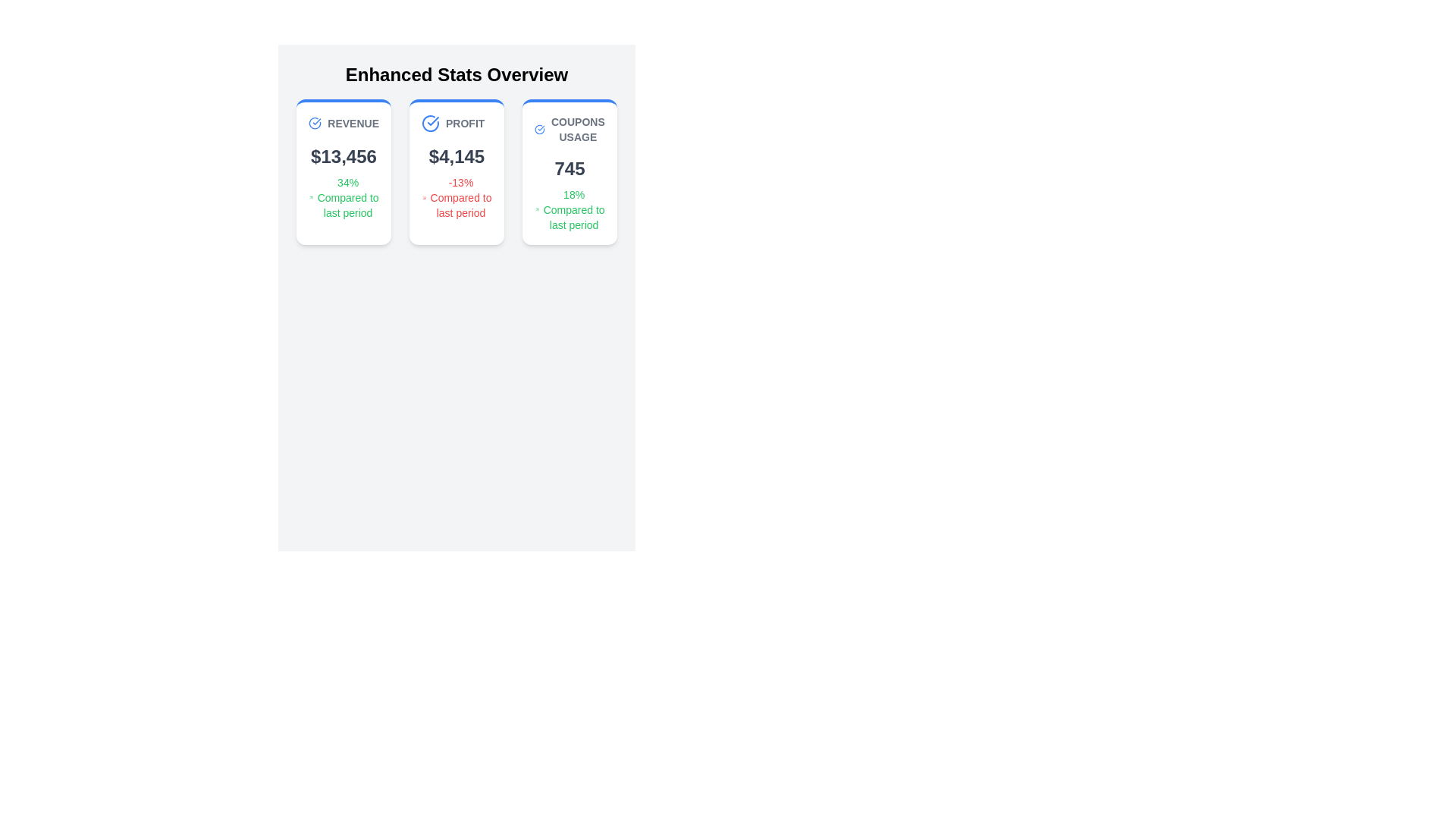  I want to click on the textual indicator in green font that displays '18% Compared to last period', located within the 'COUPONS USAGE' card, beneath the numeric value '745', so click(573, 210).